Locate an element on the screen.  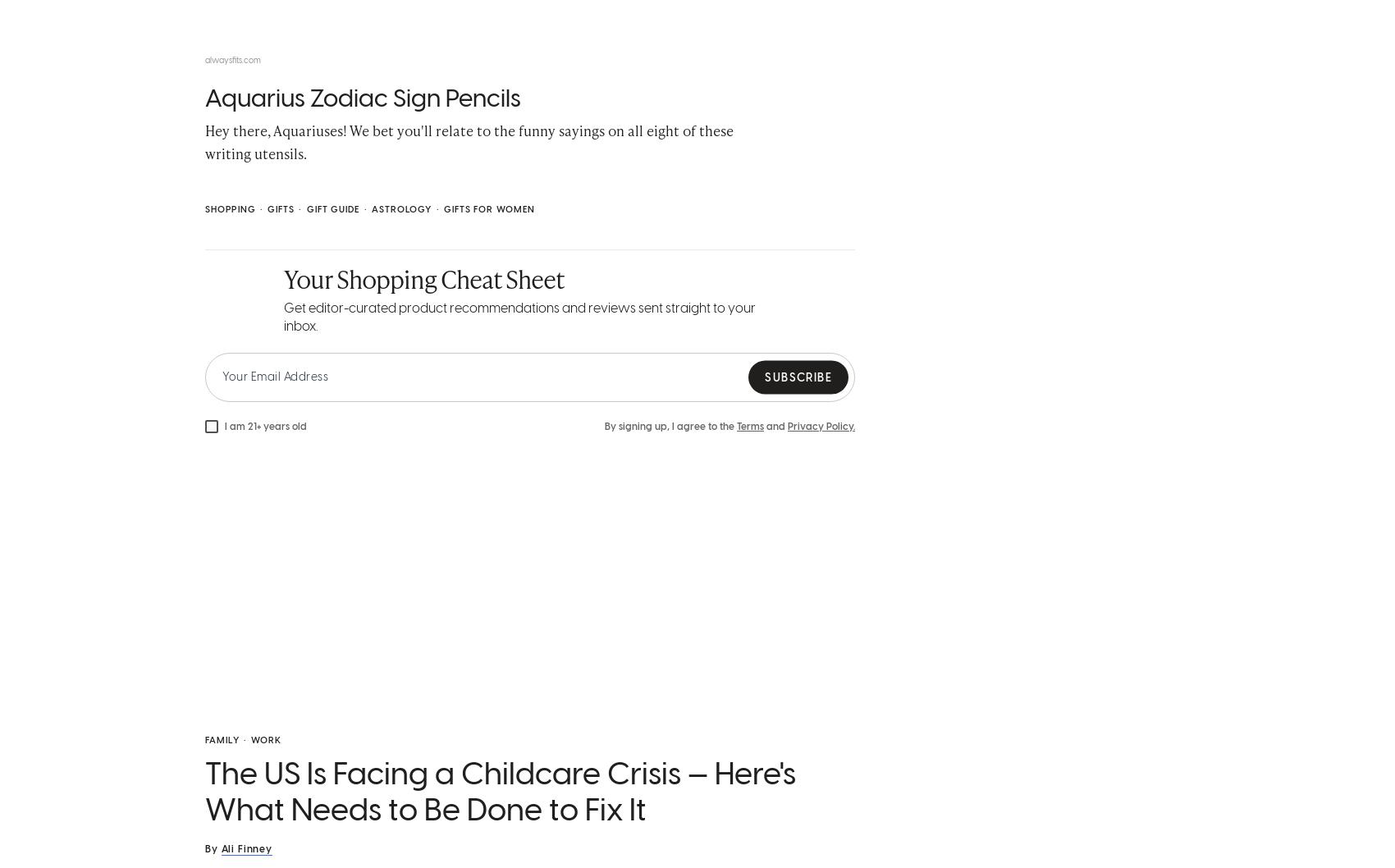
'Shopping' is located at coordinates (230, 213).